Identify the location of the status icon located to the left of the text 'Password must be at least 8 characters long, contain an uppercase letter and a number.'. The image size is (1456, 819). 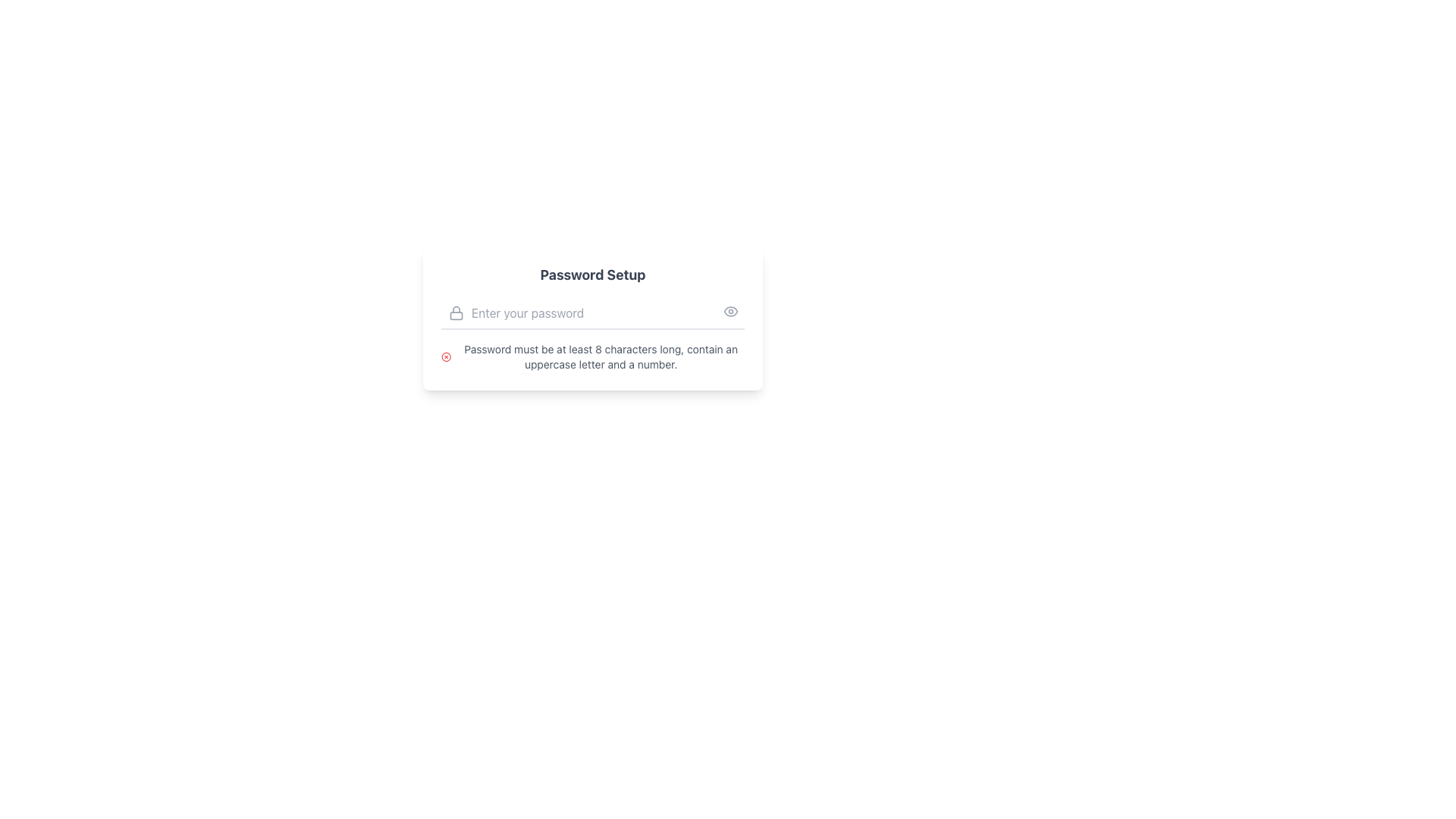
(445, 356).